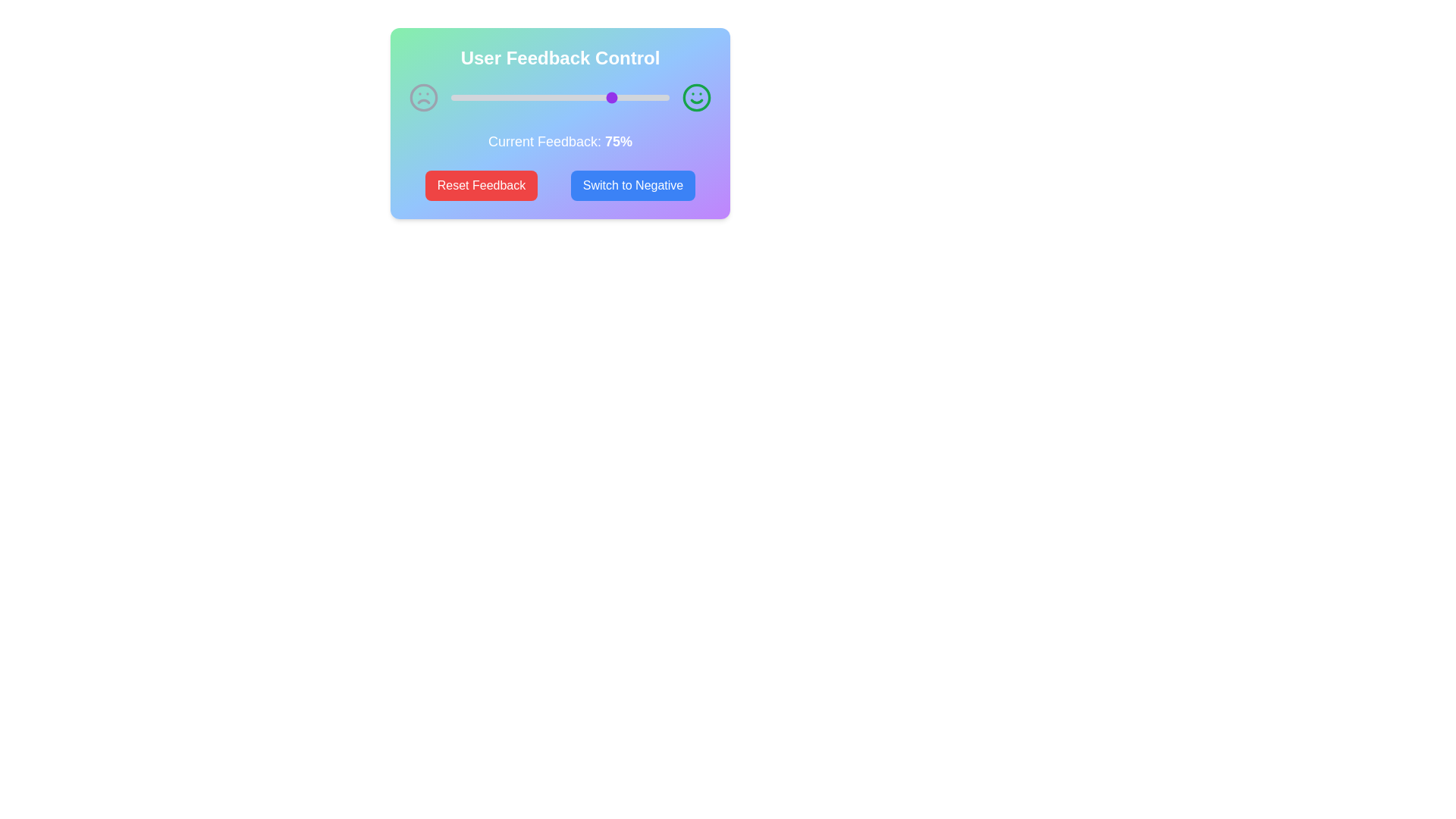 The height and width of the screenshot is (819, 1456). Describe the element at coordinates (573, 97) in the screenshot. I see `the feedback slider to set the feedback percentage to 56` at that location.